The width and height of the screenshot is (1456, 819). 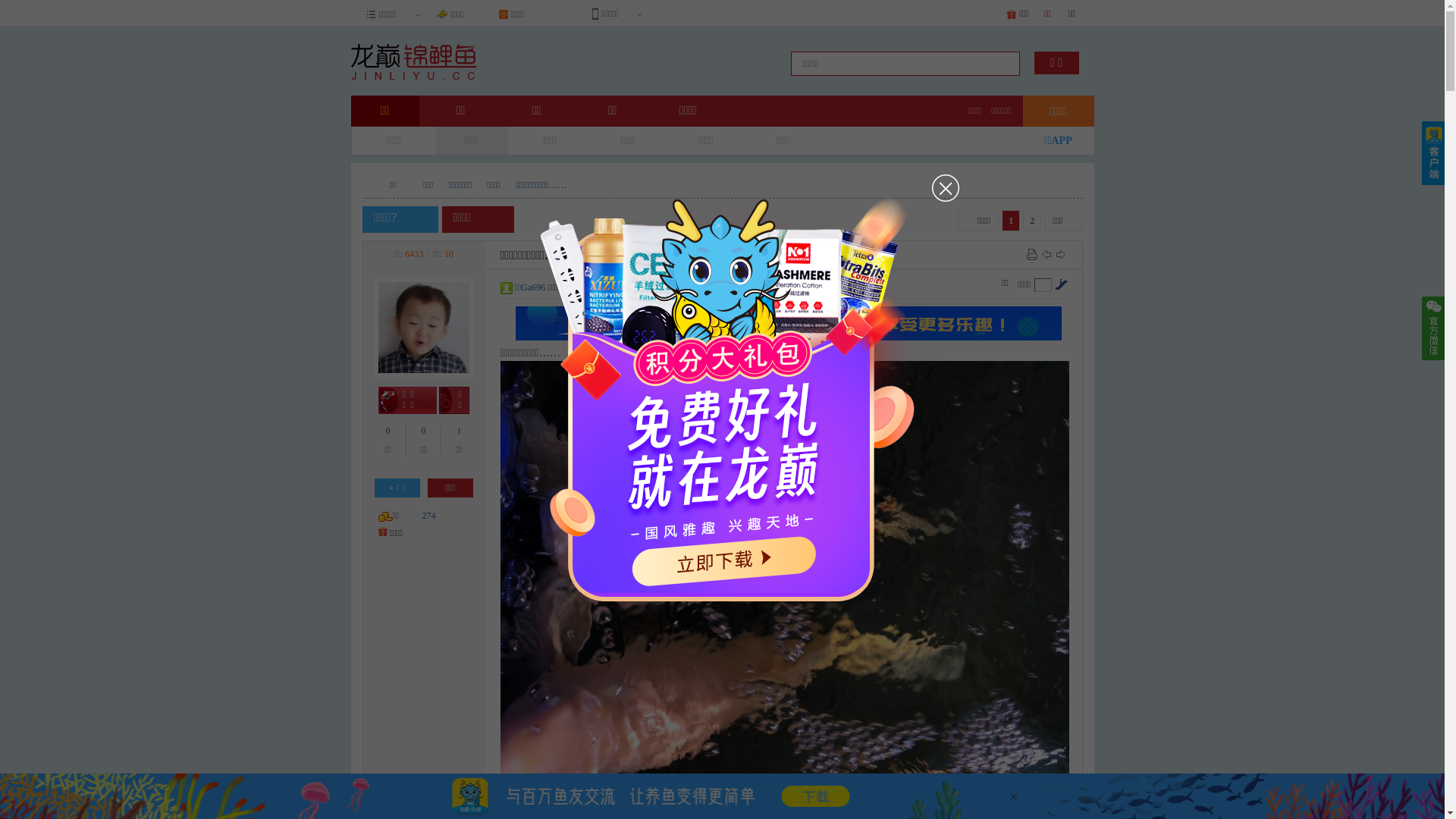 I want to click on '2', so click(x=1031, y=220).